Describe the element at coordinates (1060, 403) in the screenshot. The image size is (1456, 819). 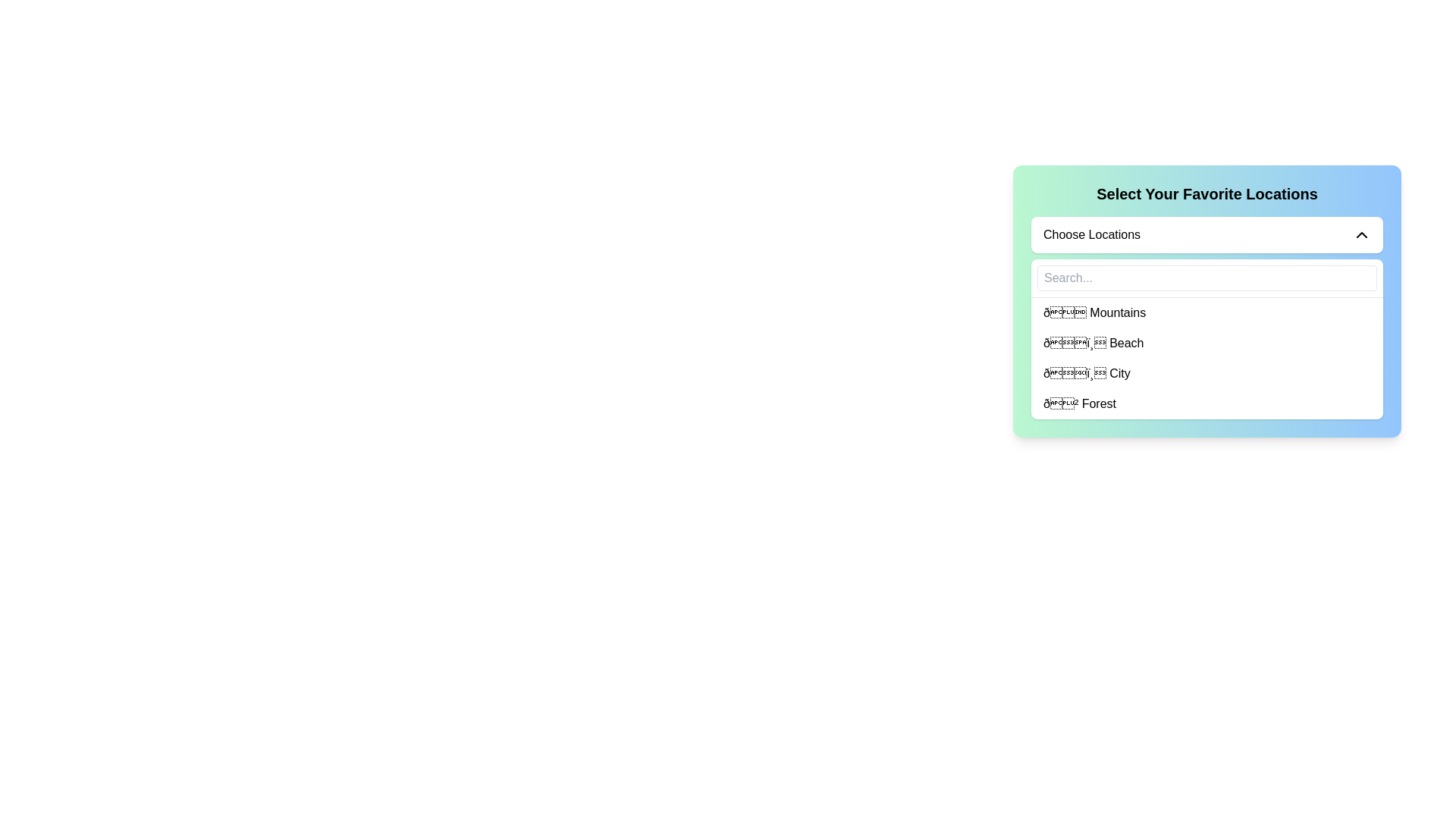
I see `the globe emoji icon located on the left side of the text 'Forest', which is part of the fourth item in the selection list` at that location.